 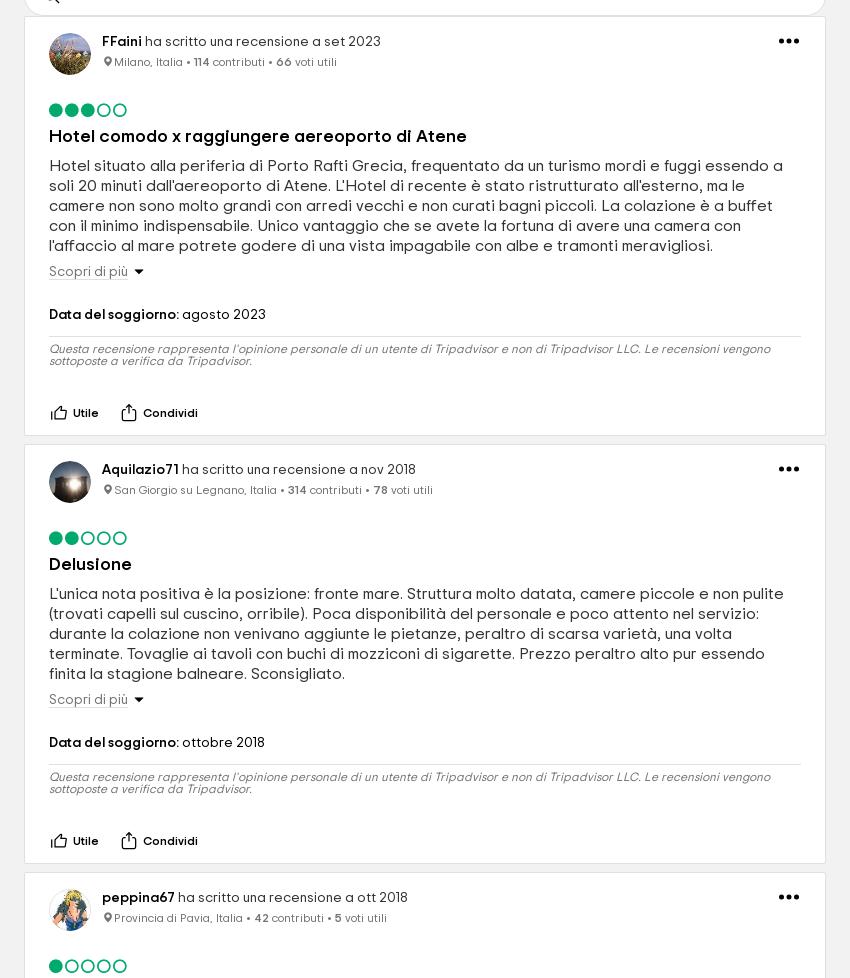 What do you see at coordinates (89, 564) in the screenshot?
I see `'Delusione'` at bounding box center [89, 564].